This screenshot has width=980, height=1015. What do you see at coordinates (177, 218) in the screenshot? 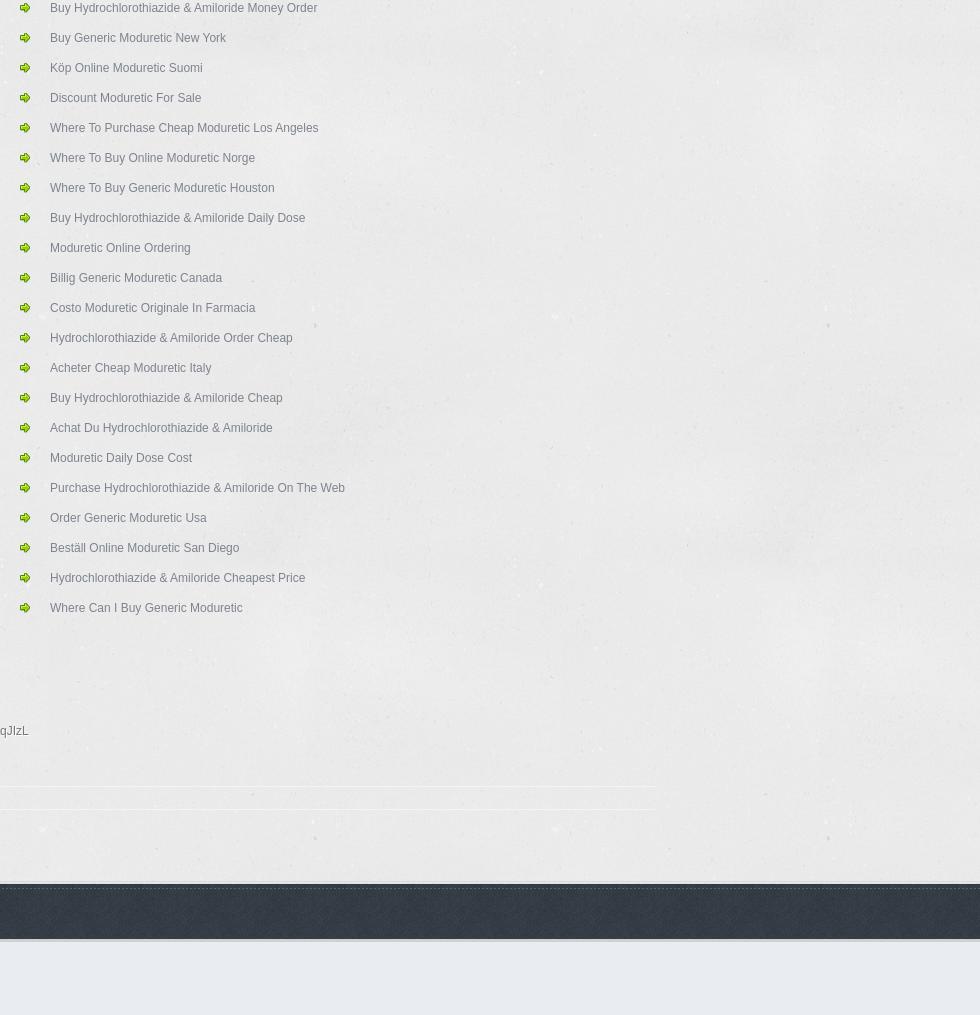
I see `'Buy Hydrochlorothiazide & Amiloride  Daily Dose'` at bounding box center [177, 218].